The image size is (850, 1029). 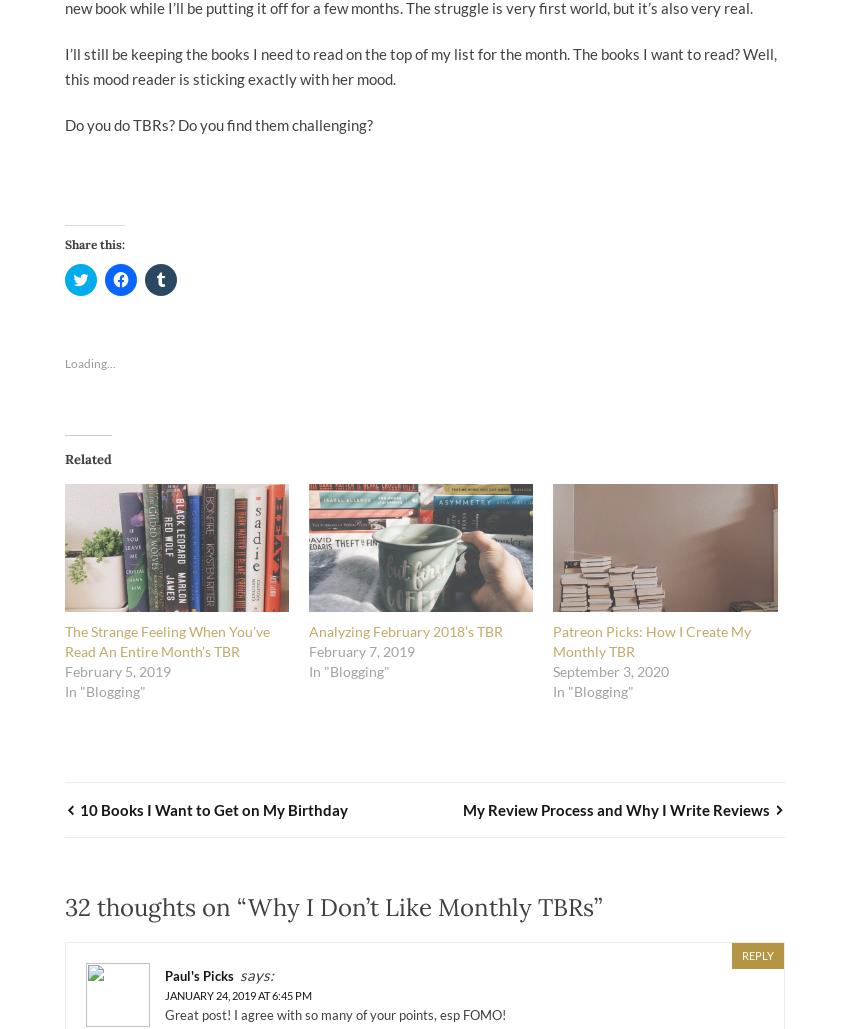 I want to click on 'Loading...', so click(x=65, y=363).